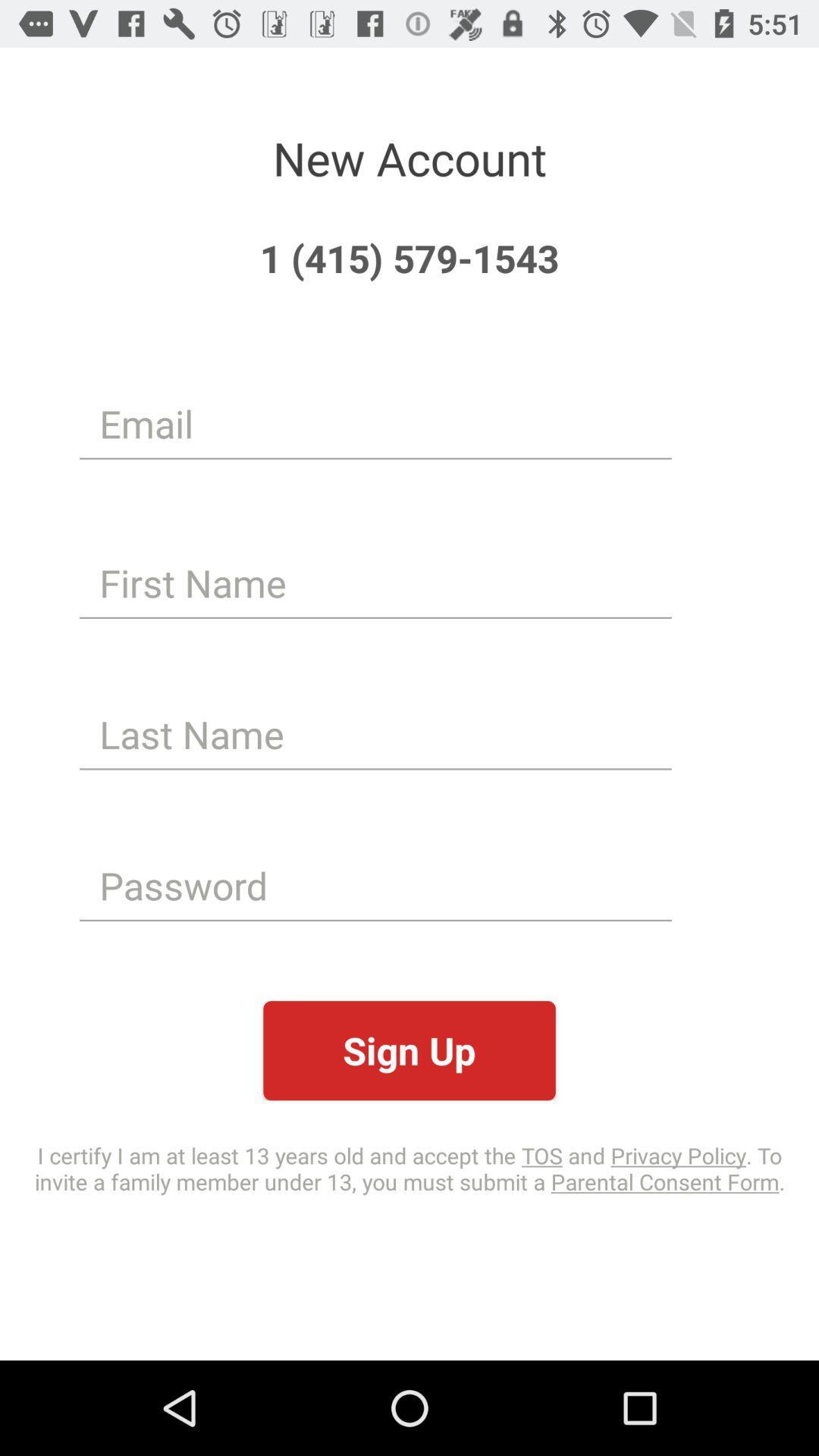  What do you see at coordinates (375, 423) in the screenshot?
I see `icon below 1 415 579 item` at bounding box center [375, 423].